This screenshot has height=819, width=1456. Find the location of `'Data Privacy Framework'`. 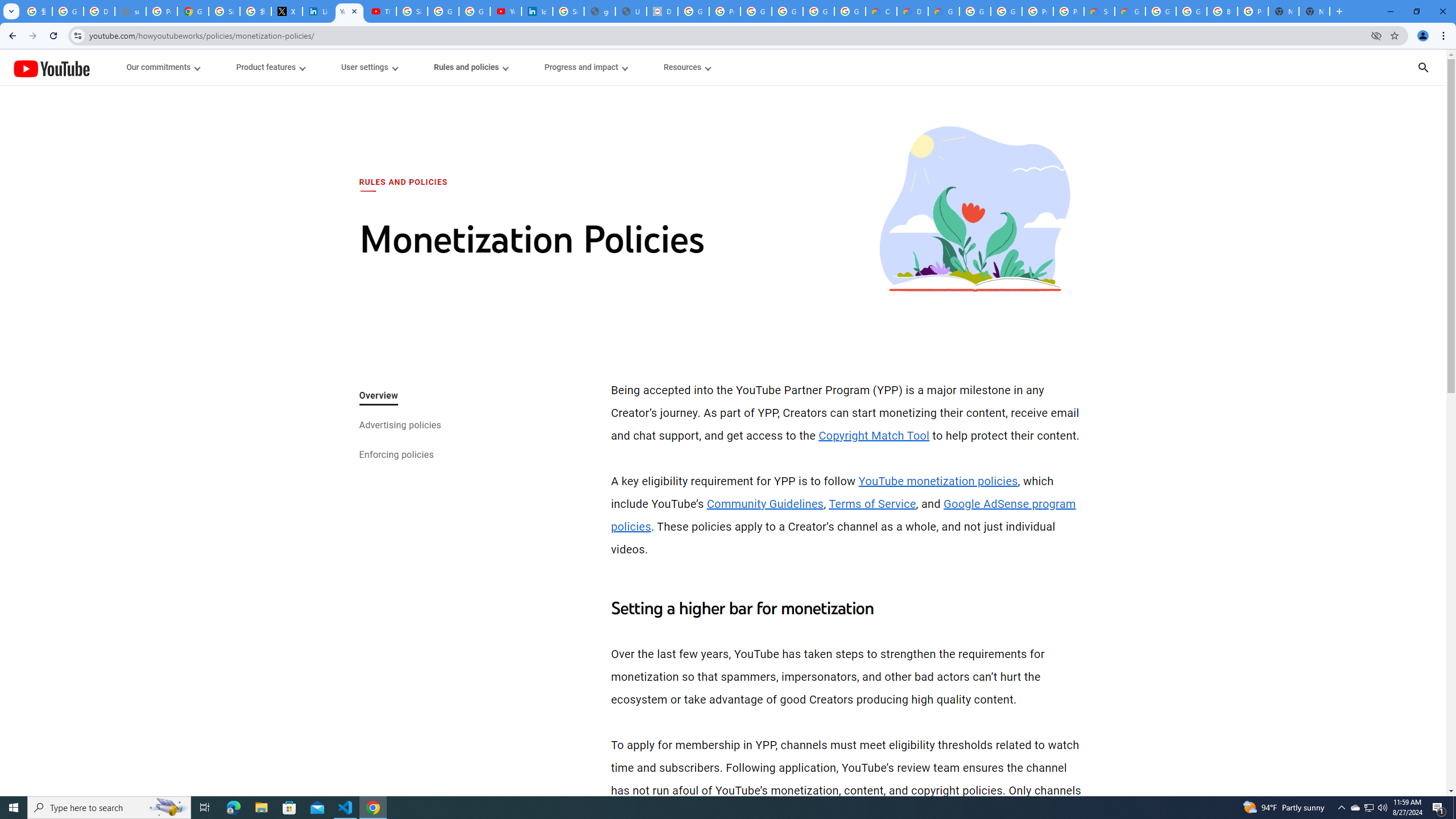

'Data Privacy Framework' is located at coordinates (661, 11).